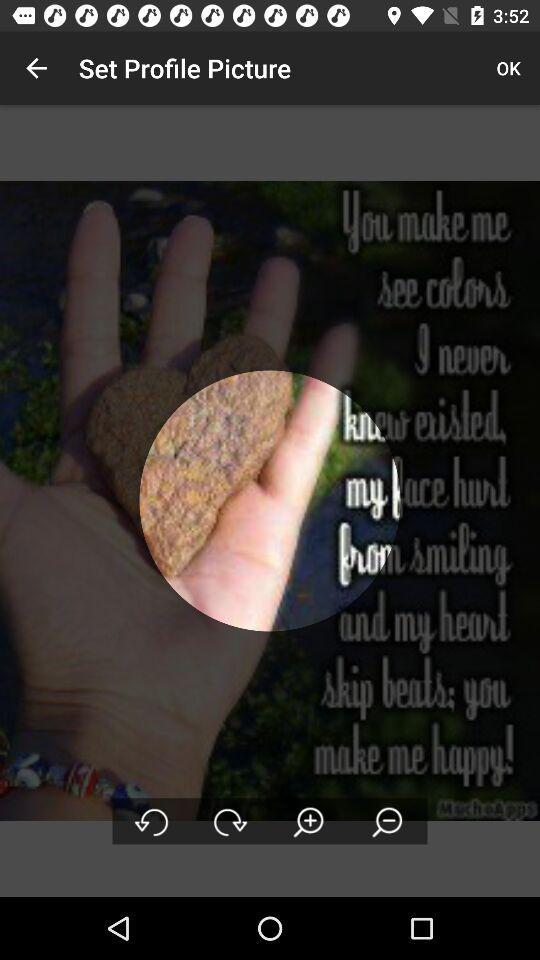 This screenshot has width=540, height=960. Describe the element at coordinates (508, 68) in the screenshot. I see `item next to the set profile picture` at that location.